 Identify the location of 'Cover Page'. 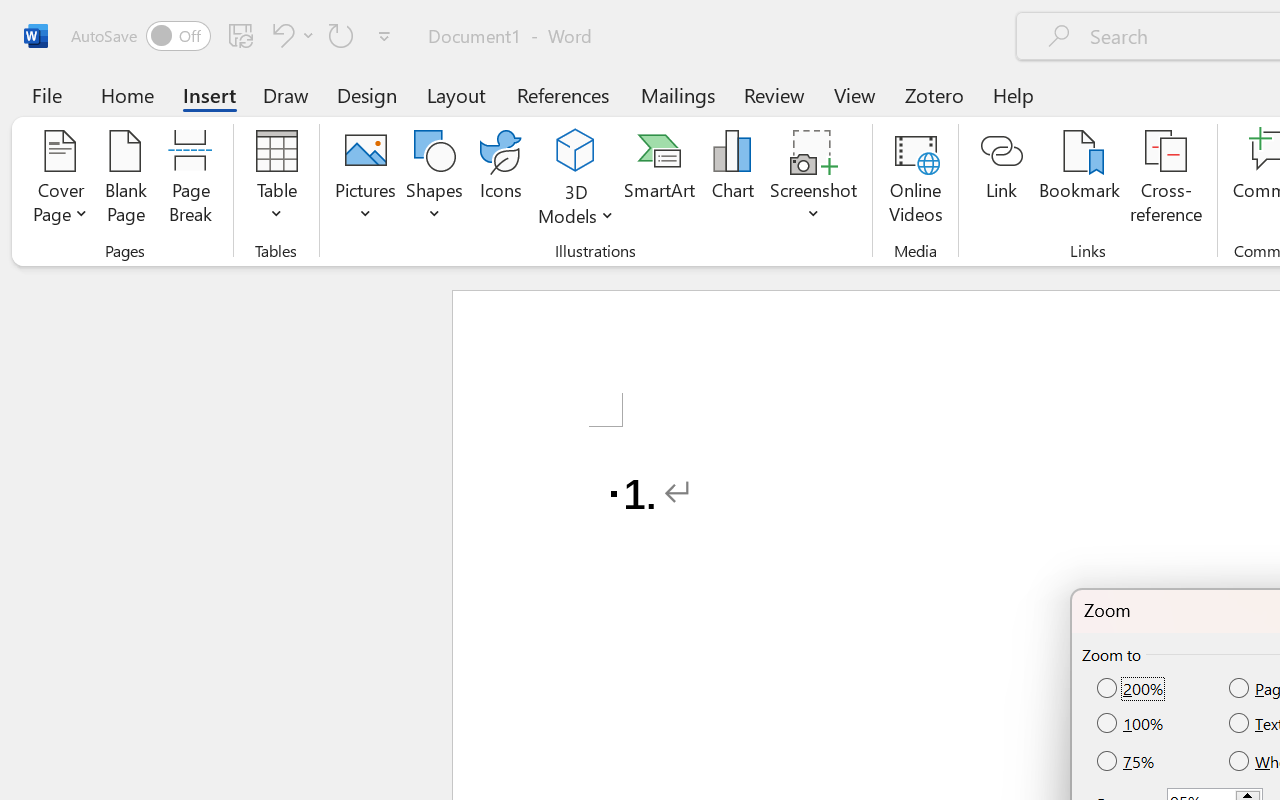
(60, 179).